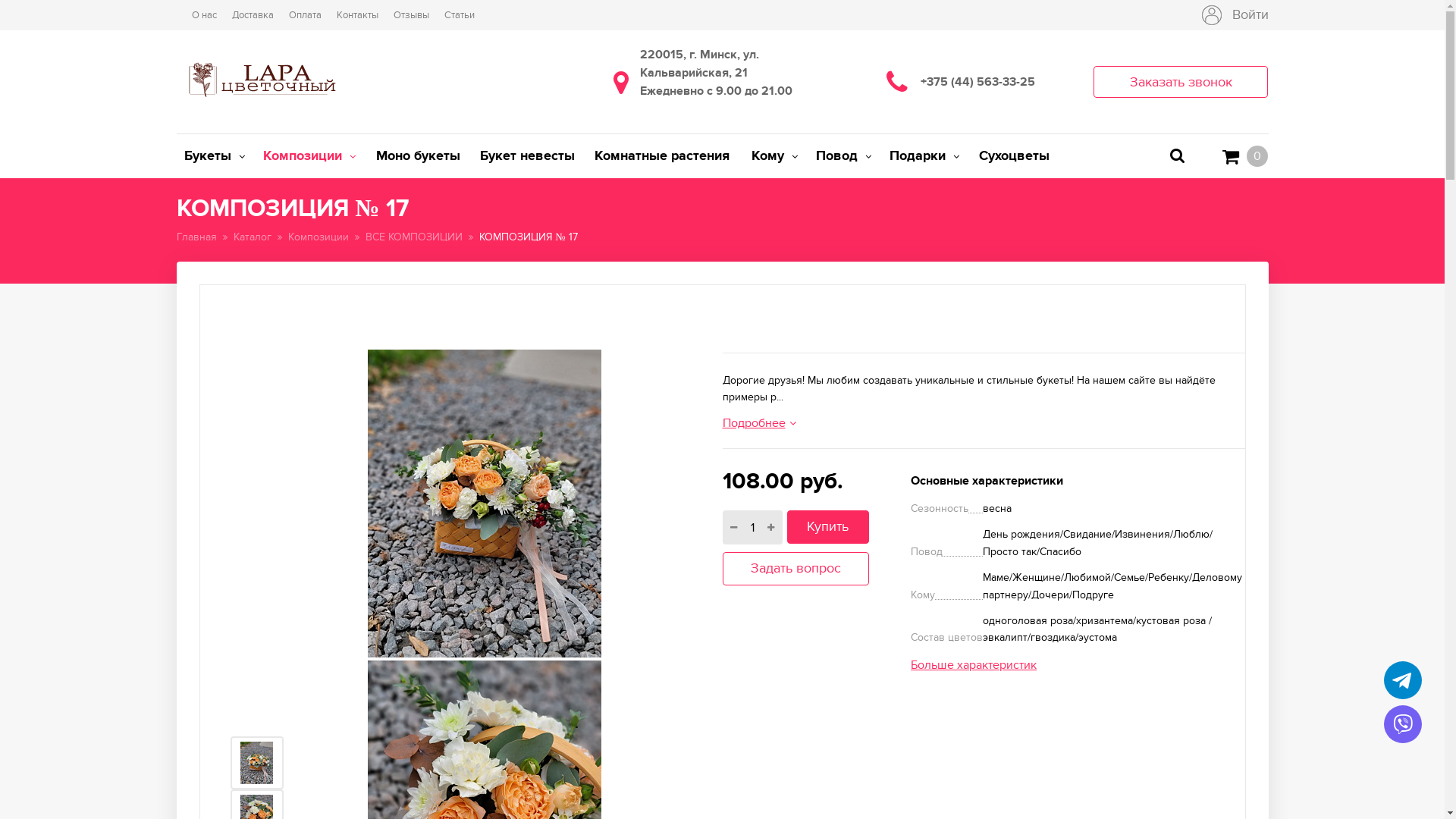 This screenshot has height=819, width=1456. Describe the element at coordinates (990, 82) in the screenshot. I see `'+375 (44) 563-33-25'` at that location.